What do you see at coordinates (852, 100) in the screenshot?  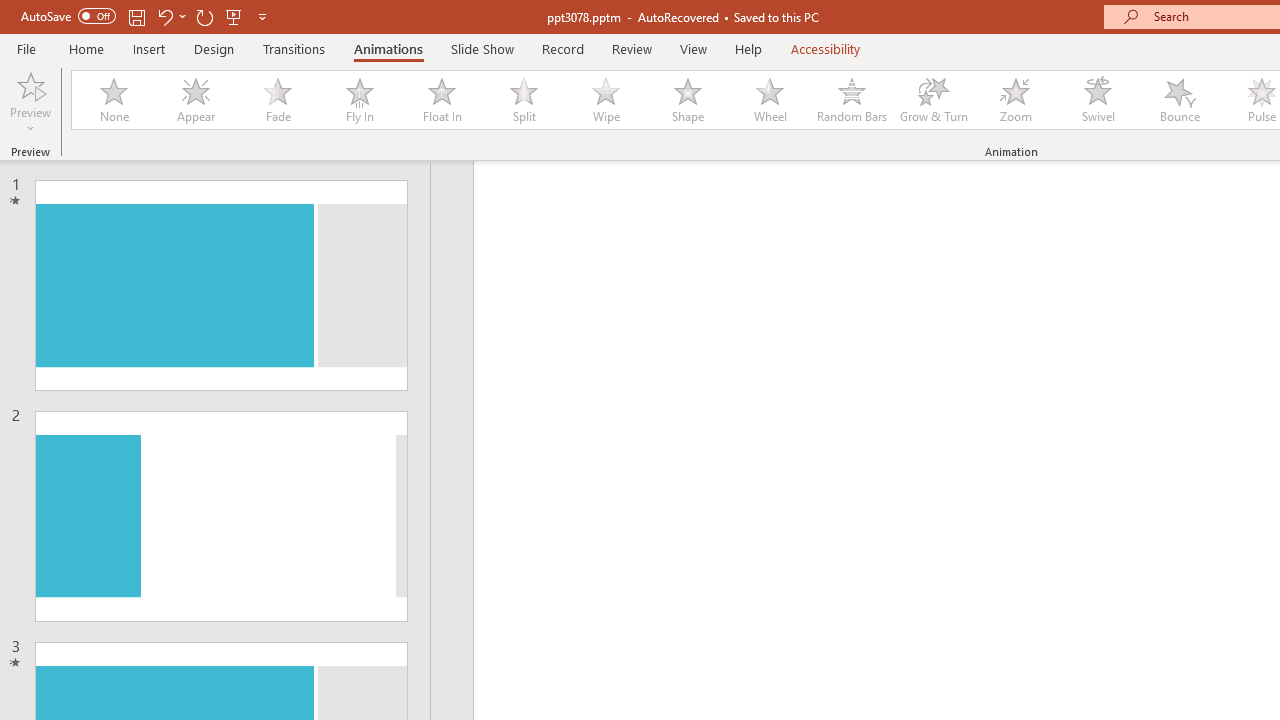 I see `'Random Bars'` at bounding box center [852, 100].